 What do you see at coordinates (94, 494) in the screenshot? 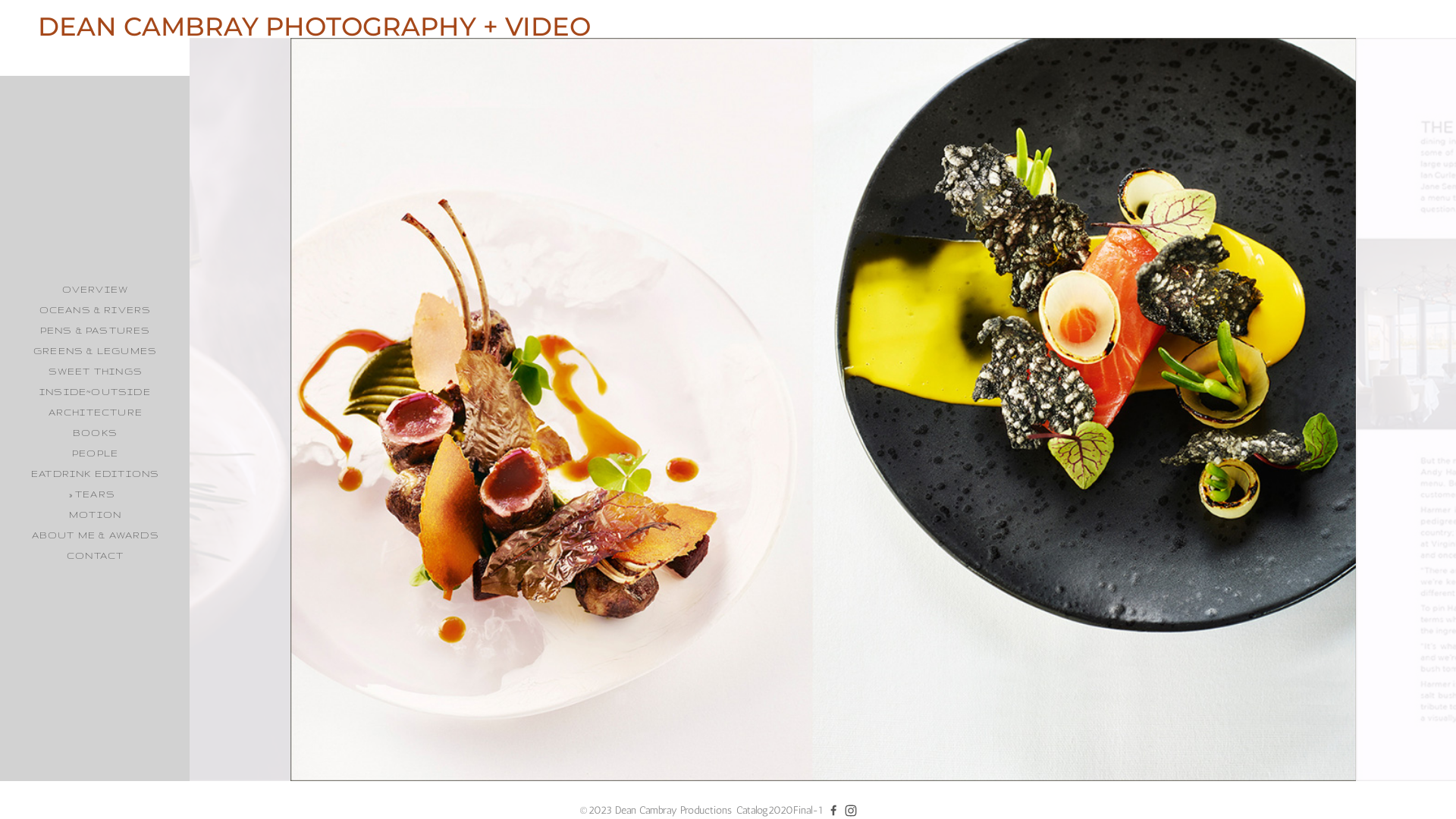
I see `'TEARS'` at bounding box center [94, 494].